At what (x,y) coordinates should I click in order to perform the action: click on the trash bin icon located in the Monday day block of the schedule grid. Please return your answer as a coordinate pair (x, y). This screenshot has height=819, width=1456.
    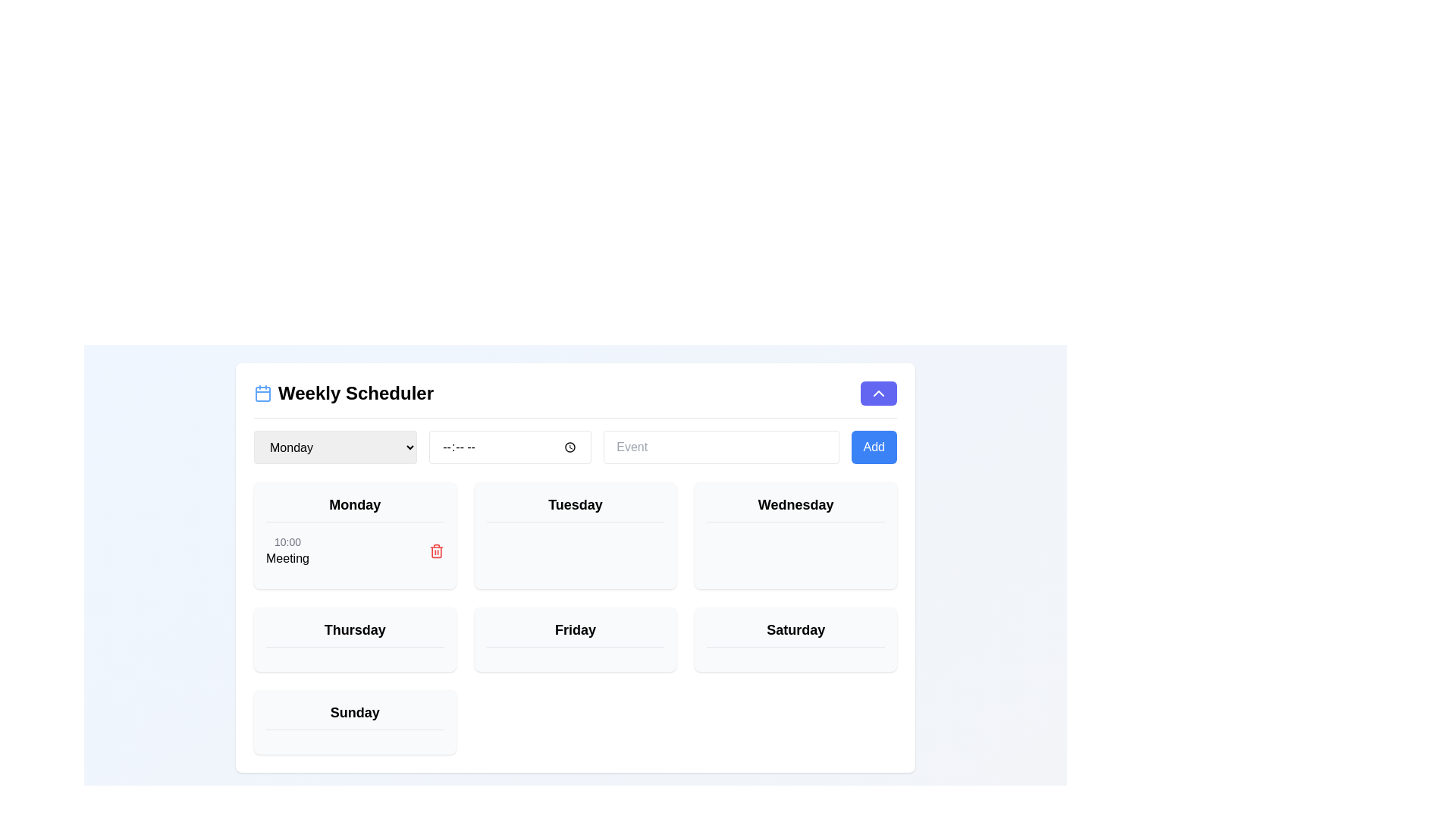
    Looking at the image, I should click on (435, 552).